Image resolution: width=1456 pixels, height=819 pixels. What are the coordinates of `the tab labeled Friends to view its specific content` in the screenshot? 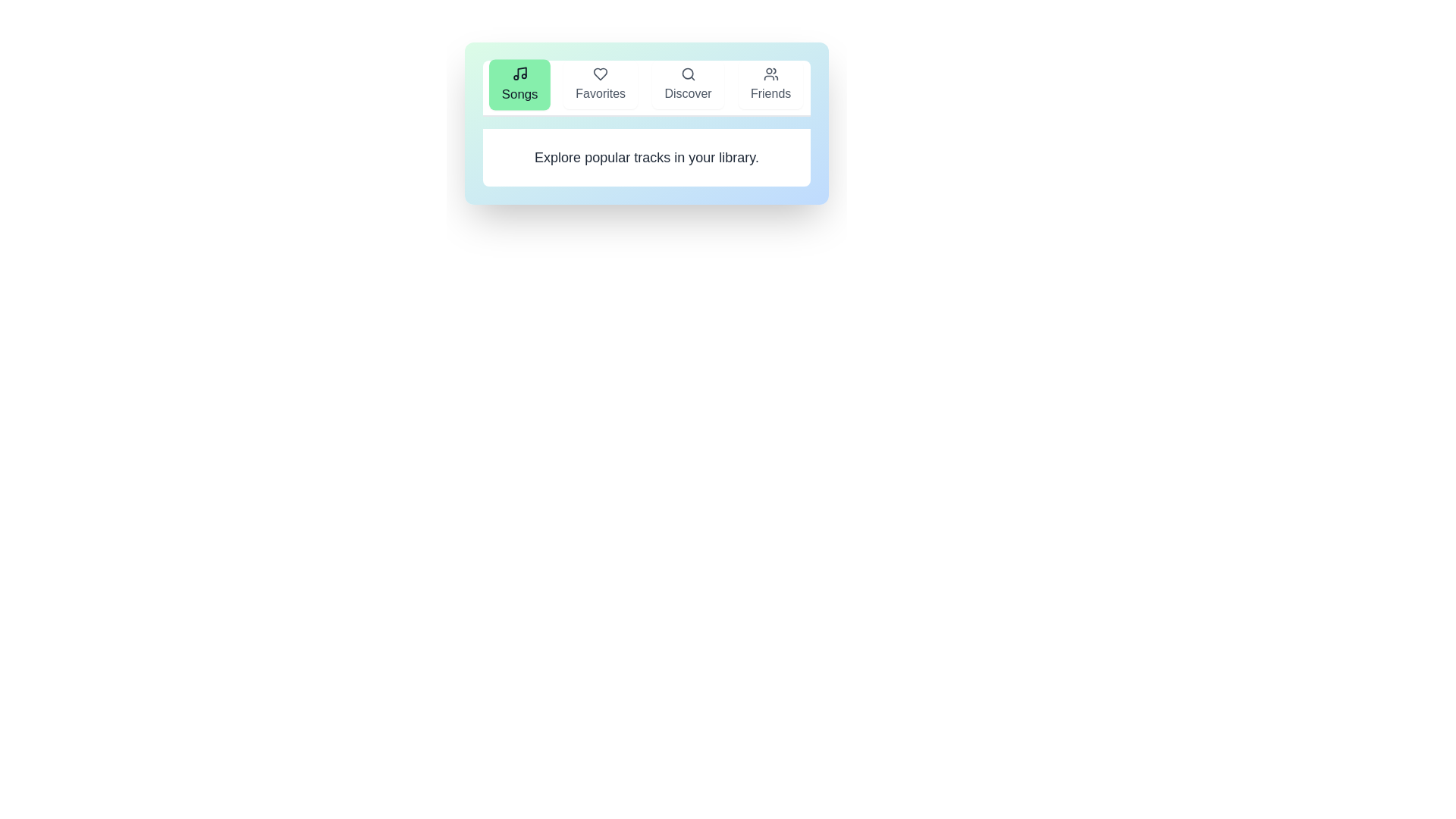 It's located at (770, 84).